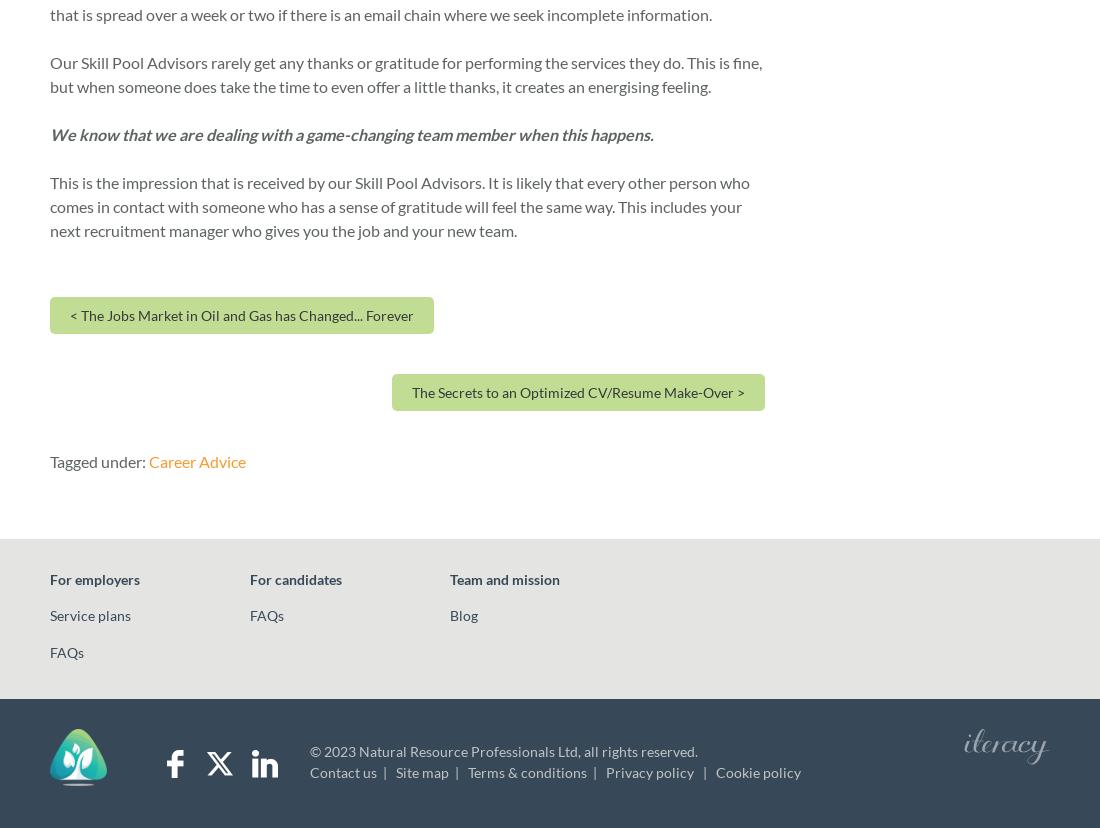  I want to click on 'For employers', so click(95, 578).